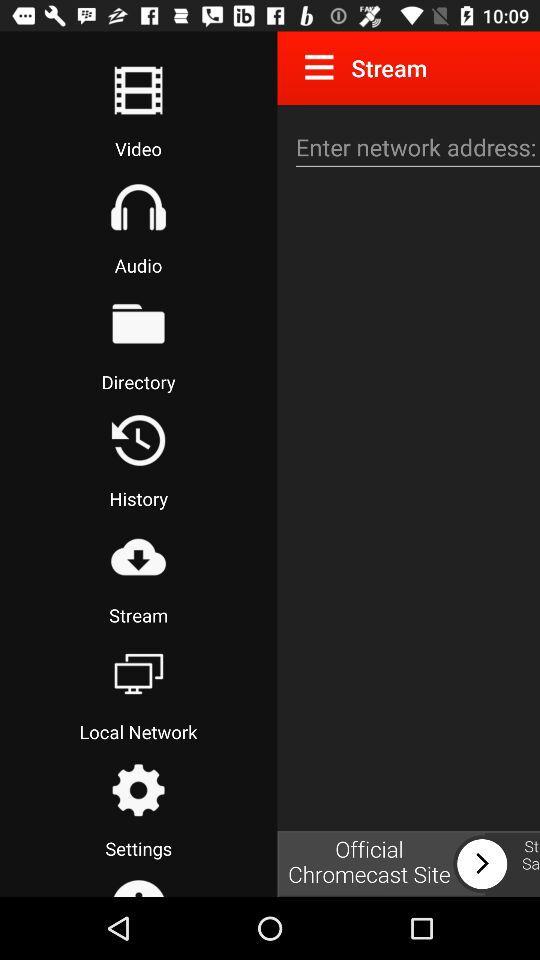 The height and width of the screenshot is (960, 540). Describe the element at coordinates (137, 440) in the screenshot. I see `history button` at that location.